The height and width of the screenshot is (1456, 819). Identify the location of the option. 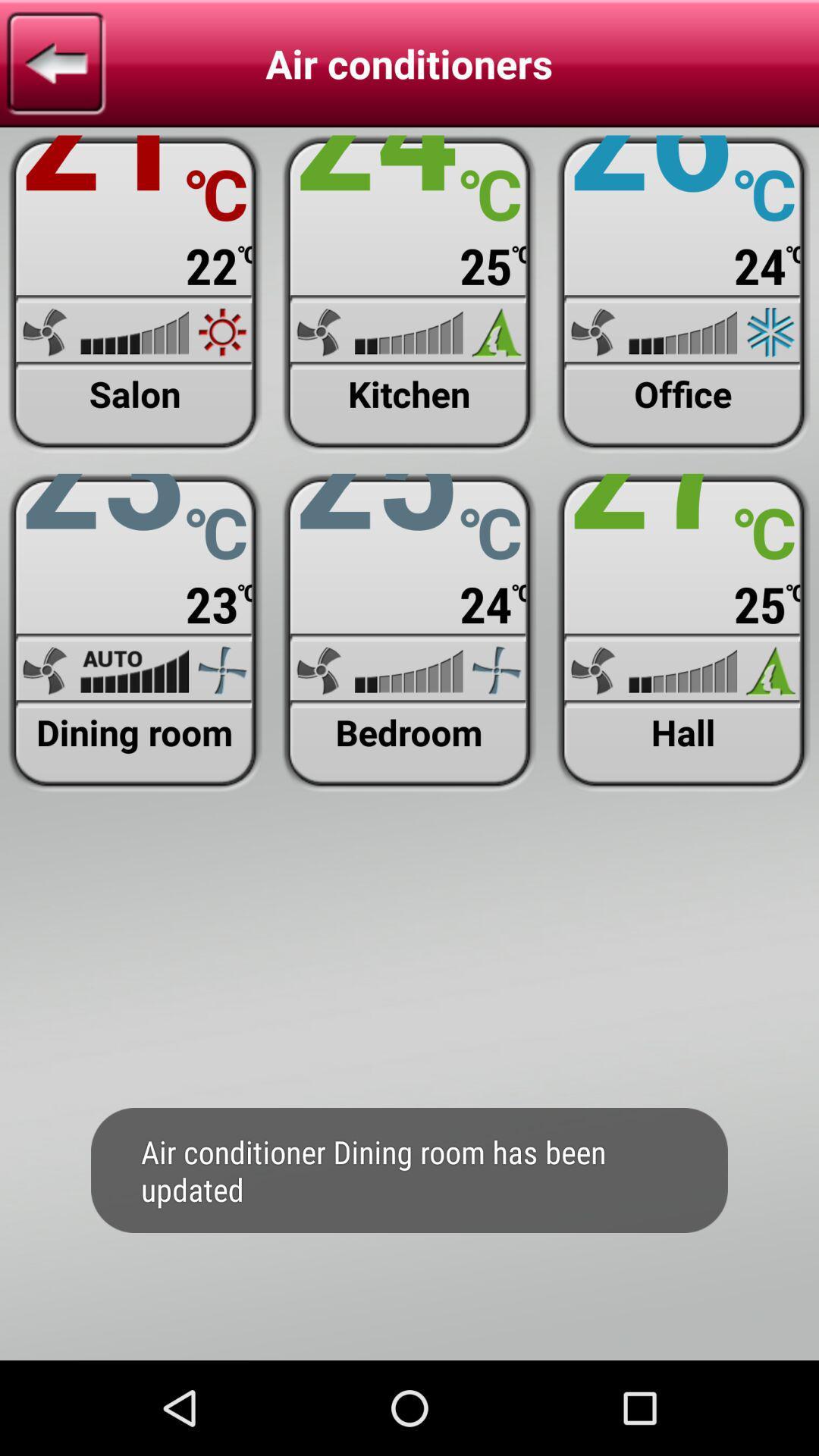
(134, 294).